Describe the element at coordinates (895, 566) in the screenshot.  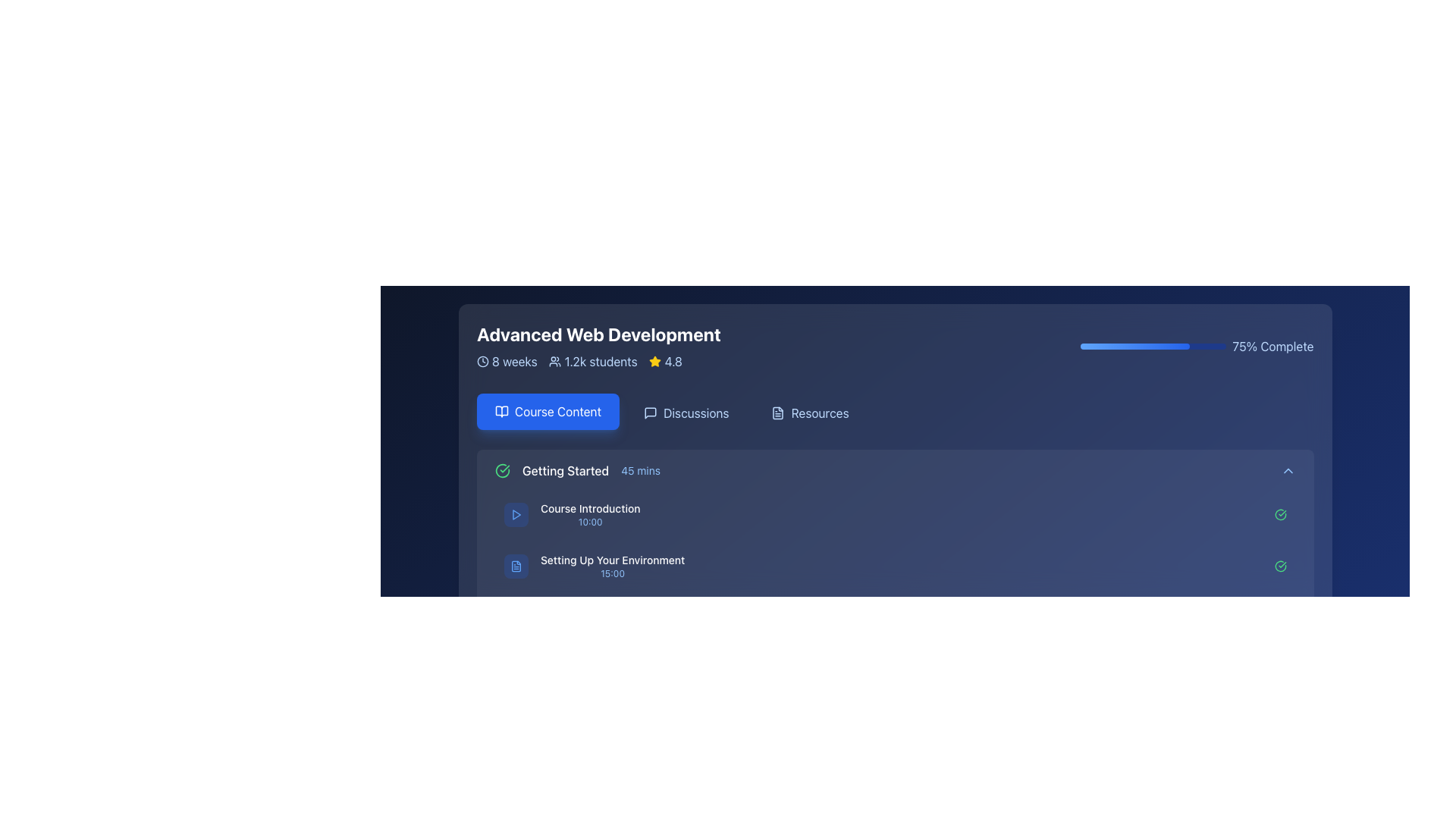
I see `the course module list item titled 'Setting Up Your Environment' to perform an action` at that location.